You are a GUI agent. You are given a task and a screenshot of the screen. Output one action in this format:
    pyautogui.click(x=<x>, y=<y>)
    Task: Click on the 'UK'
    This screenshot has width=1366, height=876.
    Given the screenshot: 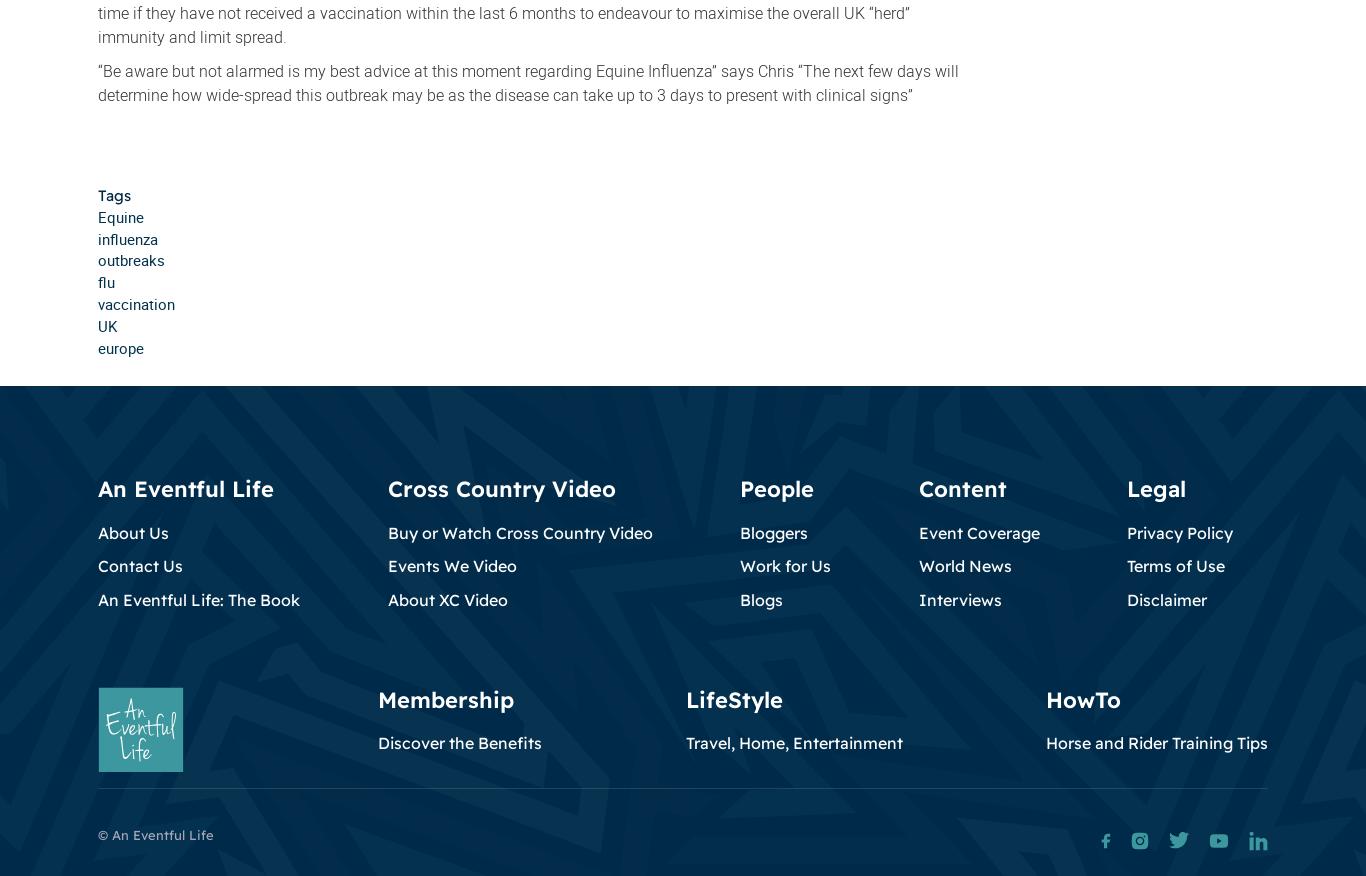 What is the action you would take?
    pyautogui.click(x=107, y=325)
    